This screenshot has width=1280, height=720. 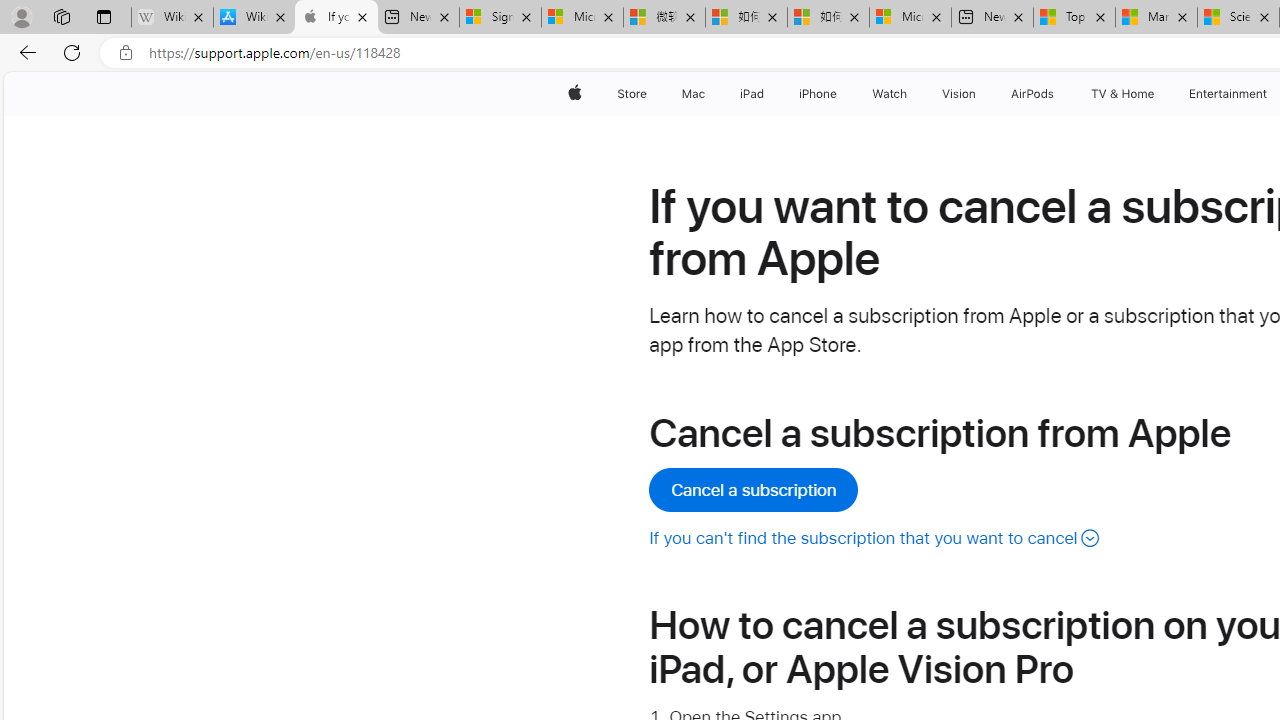 I want to click on 'AirPods', so click(x=1032, y=93).